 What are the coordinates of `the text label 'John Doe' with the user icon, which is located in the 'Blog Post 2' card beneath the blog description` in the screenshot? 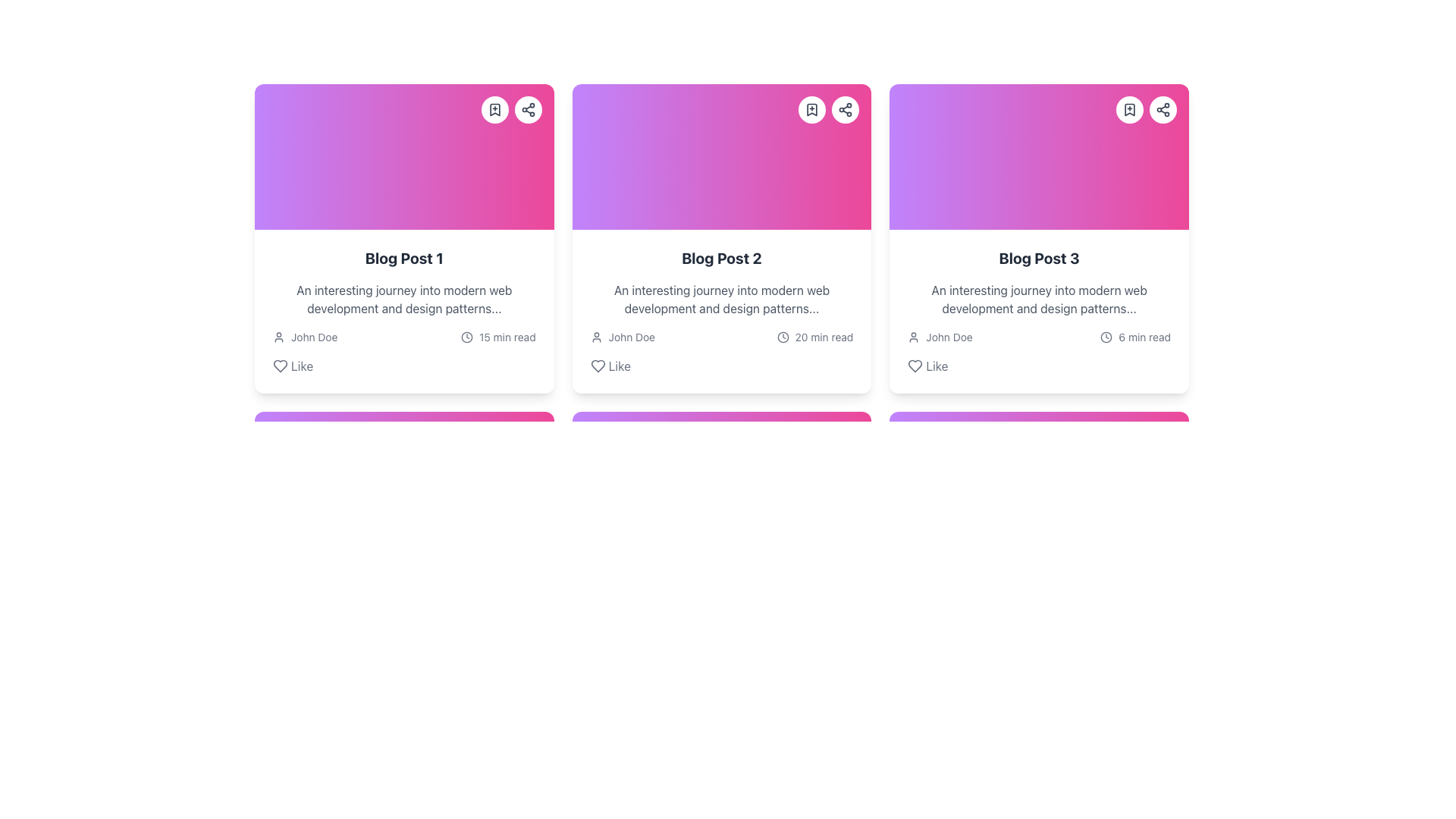 It's located at (623, 336).